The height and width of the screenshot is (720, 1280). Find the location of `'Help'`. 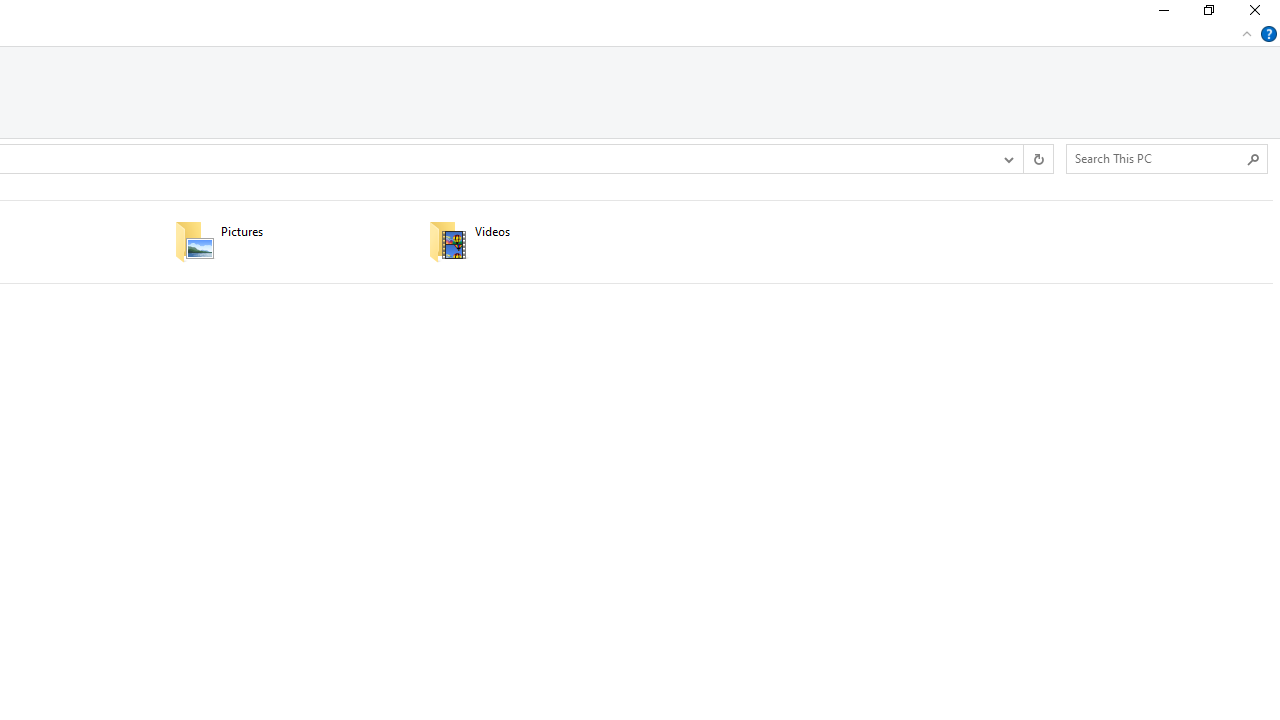

'Help' is located at coordinates (1268, 33).